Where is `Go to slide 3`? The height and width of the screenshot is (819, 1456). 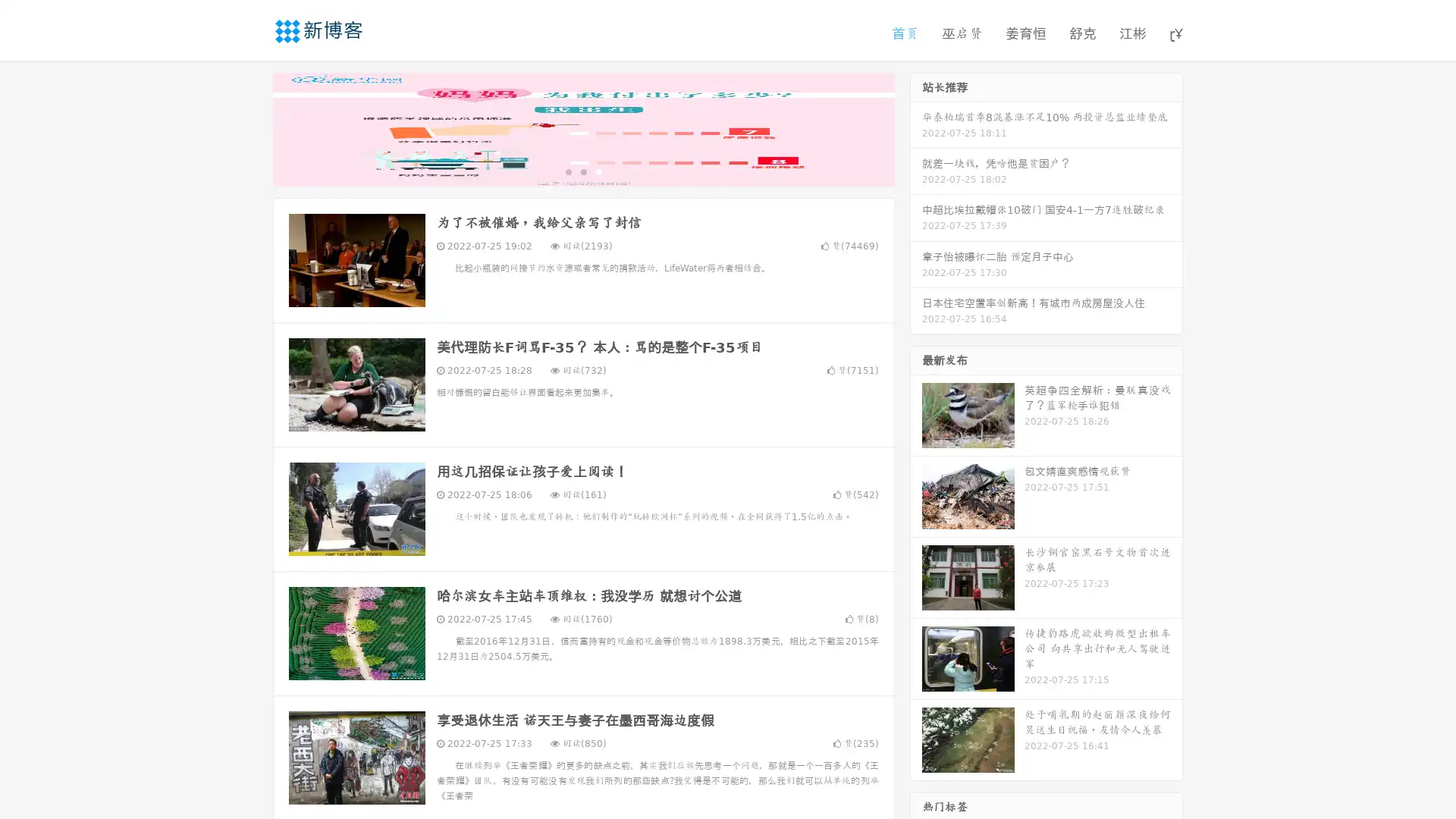 Go to slide 3 is located at coordinates (598, 171).